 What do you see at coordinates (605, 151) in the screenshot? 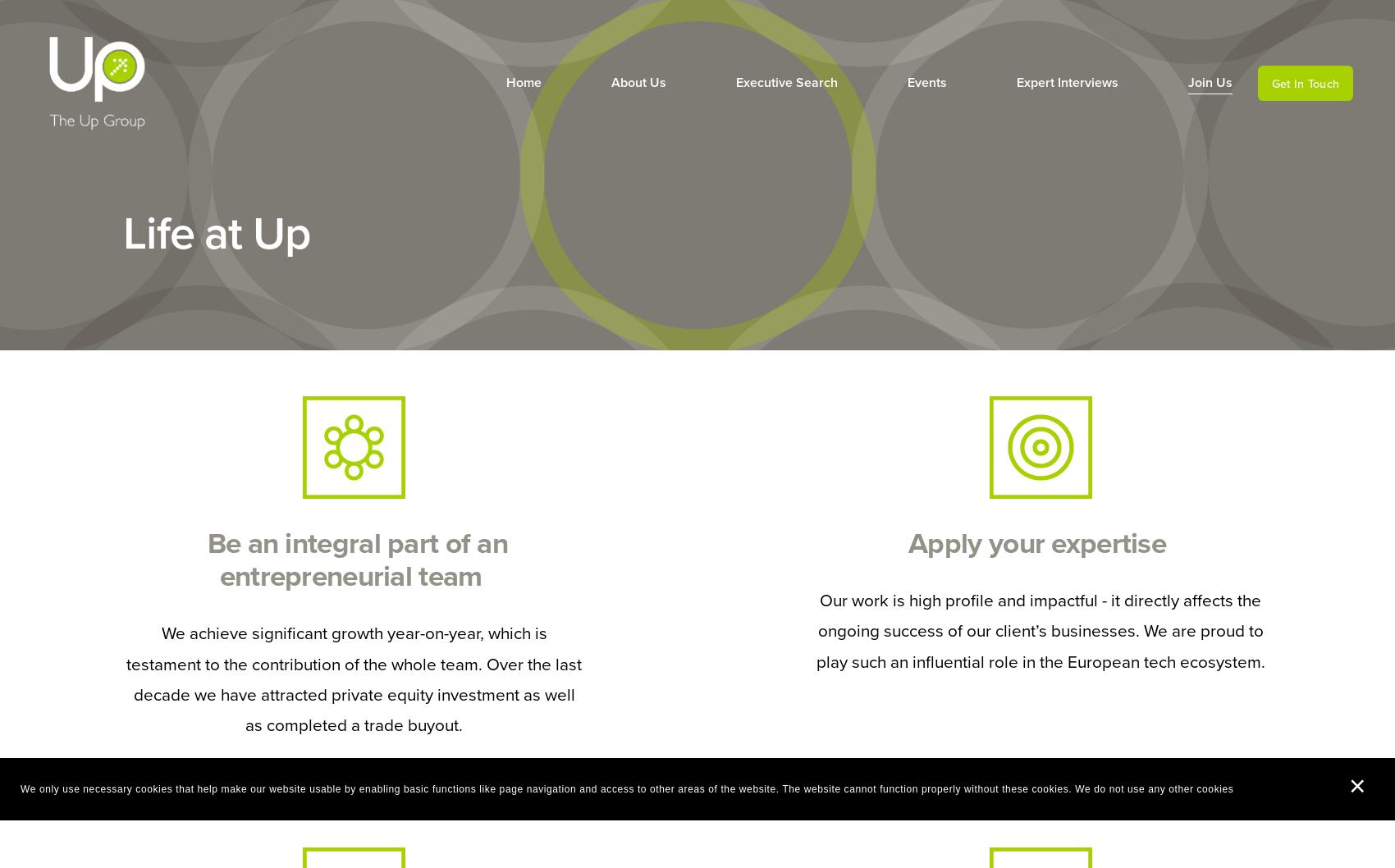
I see `'Our Unique Platform'` at bounding box center [605, 151].